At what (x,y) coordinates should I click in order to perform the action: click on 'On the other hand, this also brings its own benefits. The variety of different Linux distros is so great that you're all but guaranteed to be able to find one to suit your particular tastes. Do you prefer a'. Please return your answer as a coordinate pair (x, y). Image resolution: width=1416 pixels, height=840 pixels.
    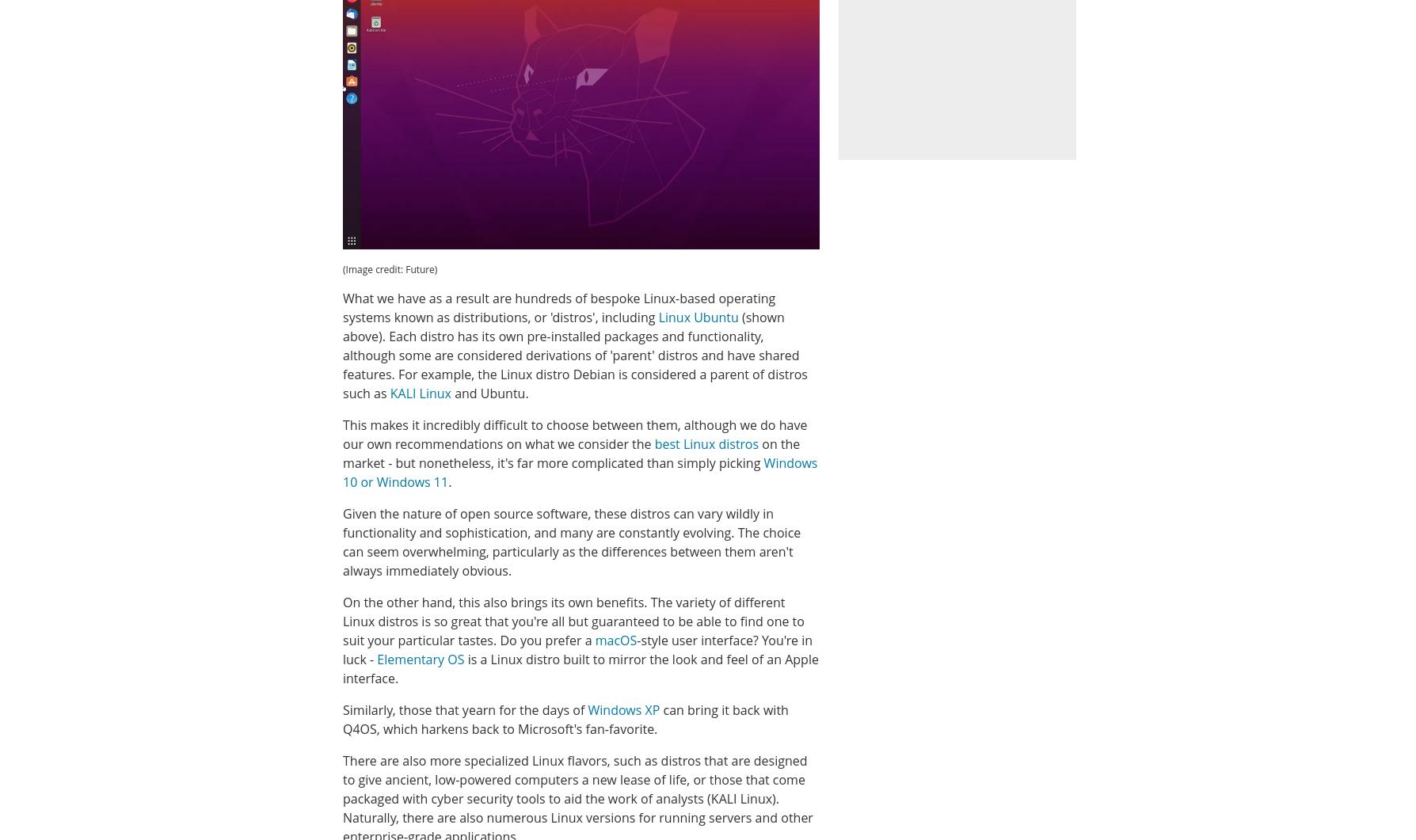
    Looking at the image, I should click on (342, 621).